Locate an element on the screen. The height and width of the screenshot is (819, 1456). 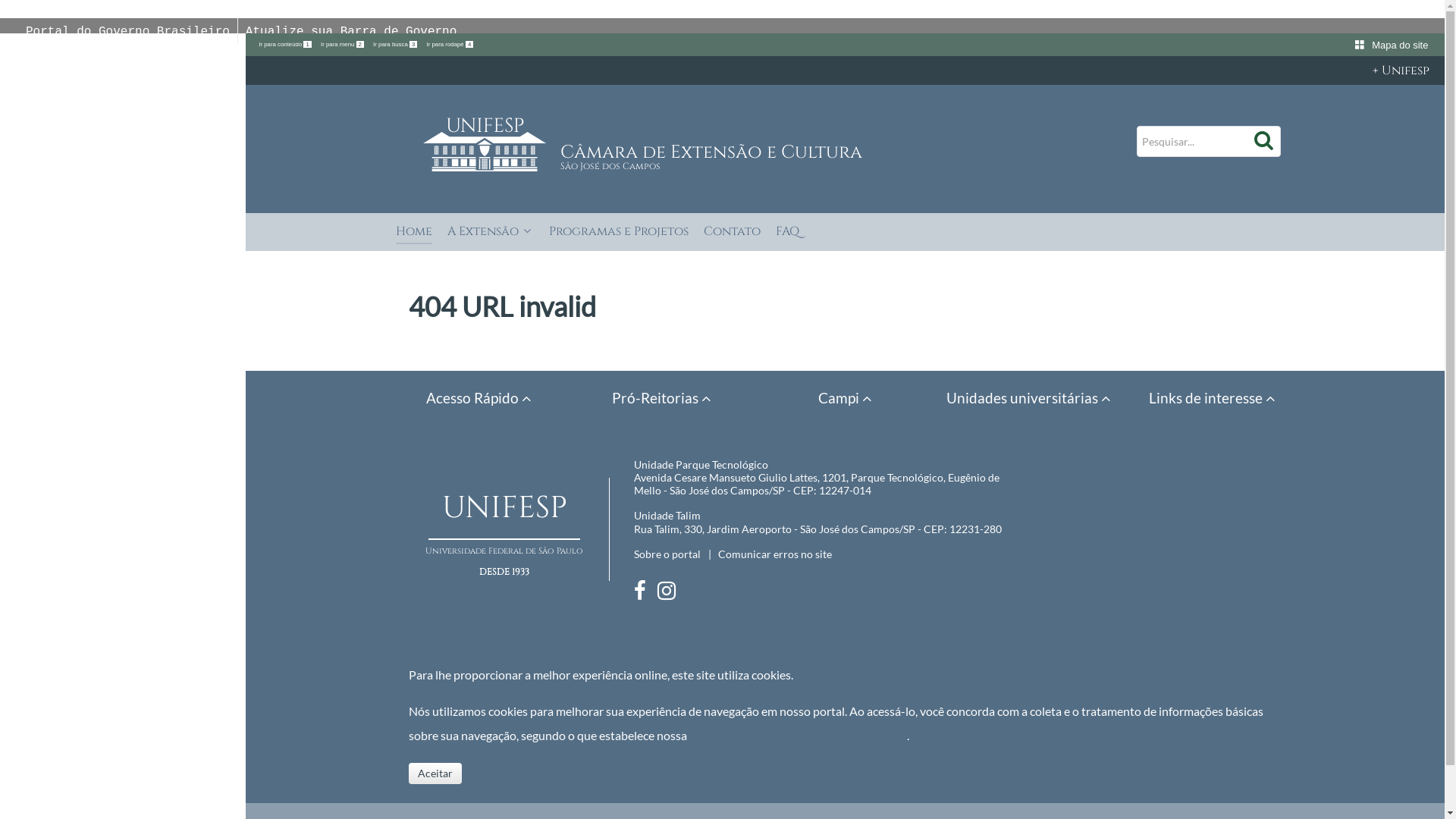
'Atualize sua Barra de Governo' is located at coordinates (246, 32).